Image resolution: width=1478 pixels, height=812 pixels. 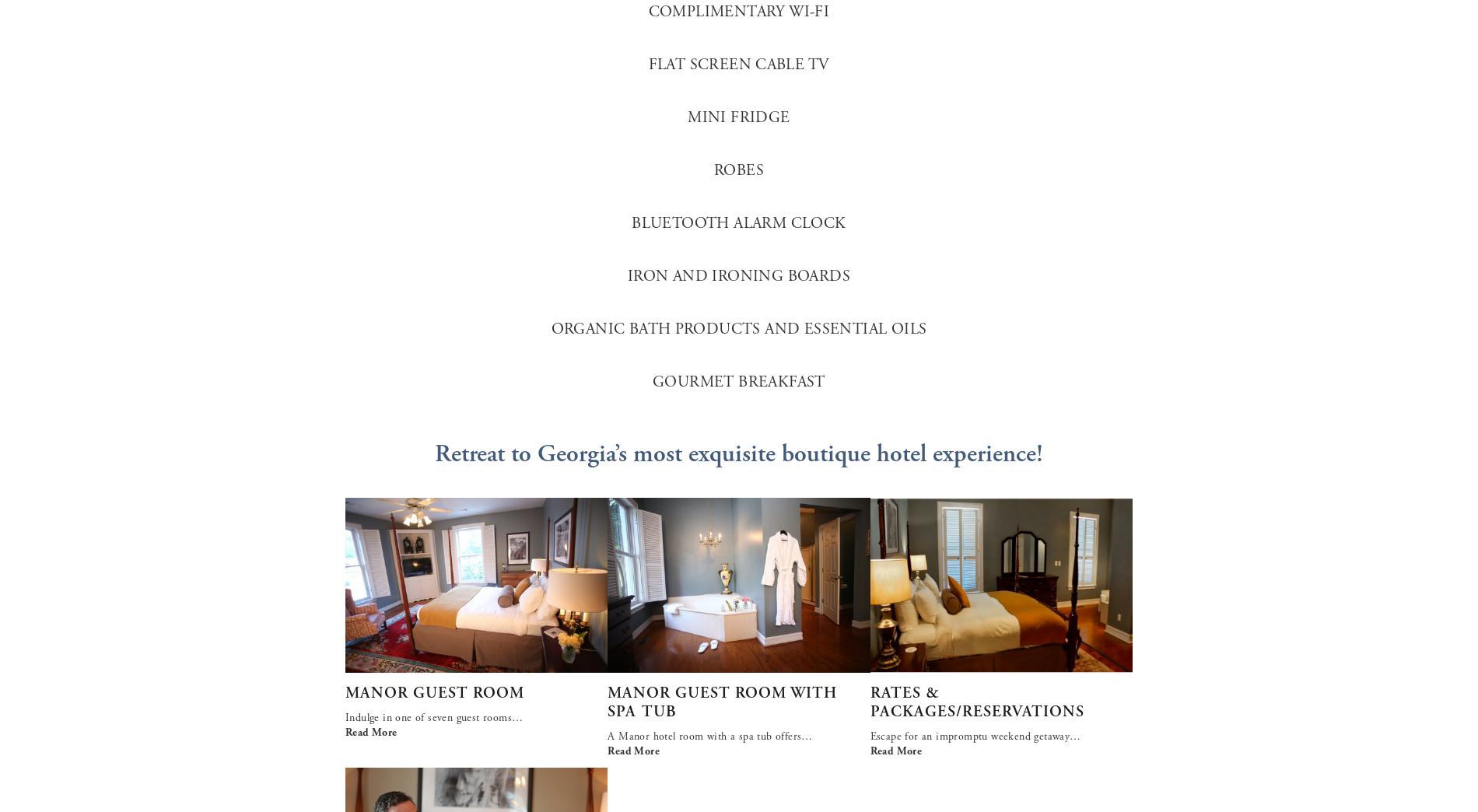 I want to click on 'FLAT SCREEN CABLE TV', so click(x=737, y=65).